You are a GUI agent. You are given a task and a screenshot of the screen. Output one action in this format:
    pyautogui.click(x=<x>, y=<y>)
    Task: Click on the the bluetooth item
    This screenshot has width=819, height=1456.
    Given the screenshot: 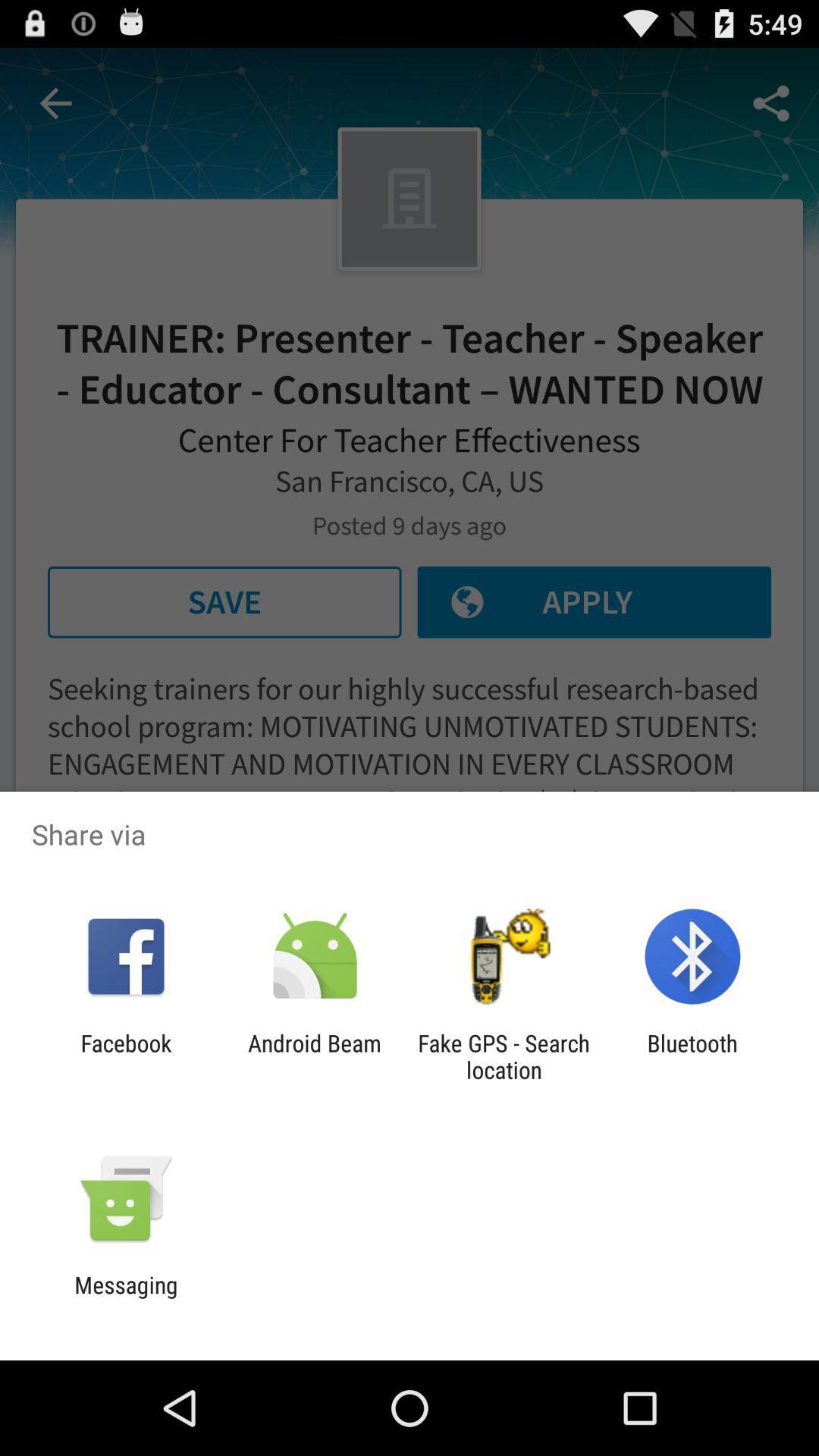 What is the action you would take?
    pyautogui.click(x=692, y=1056)
    